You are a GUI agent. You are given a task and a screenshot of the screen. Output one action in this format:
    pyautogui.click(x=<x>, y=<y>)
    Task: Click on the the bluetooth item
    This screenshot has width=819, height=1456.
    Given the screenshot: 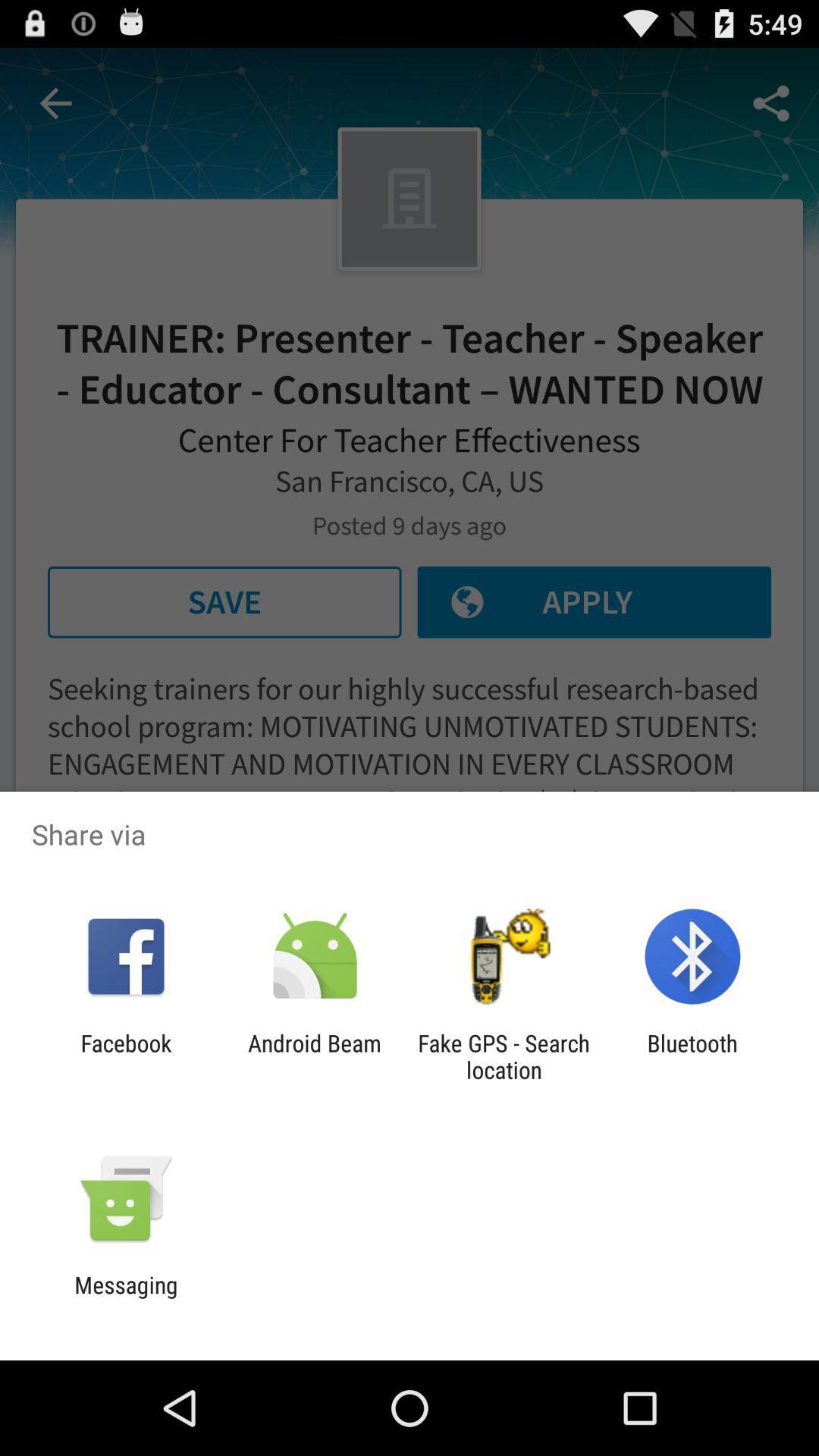 What is the action you would take?
    pyautogui.click(x=692, y=1056)
    